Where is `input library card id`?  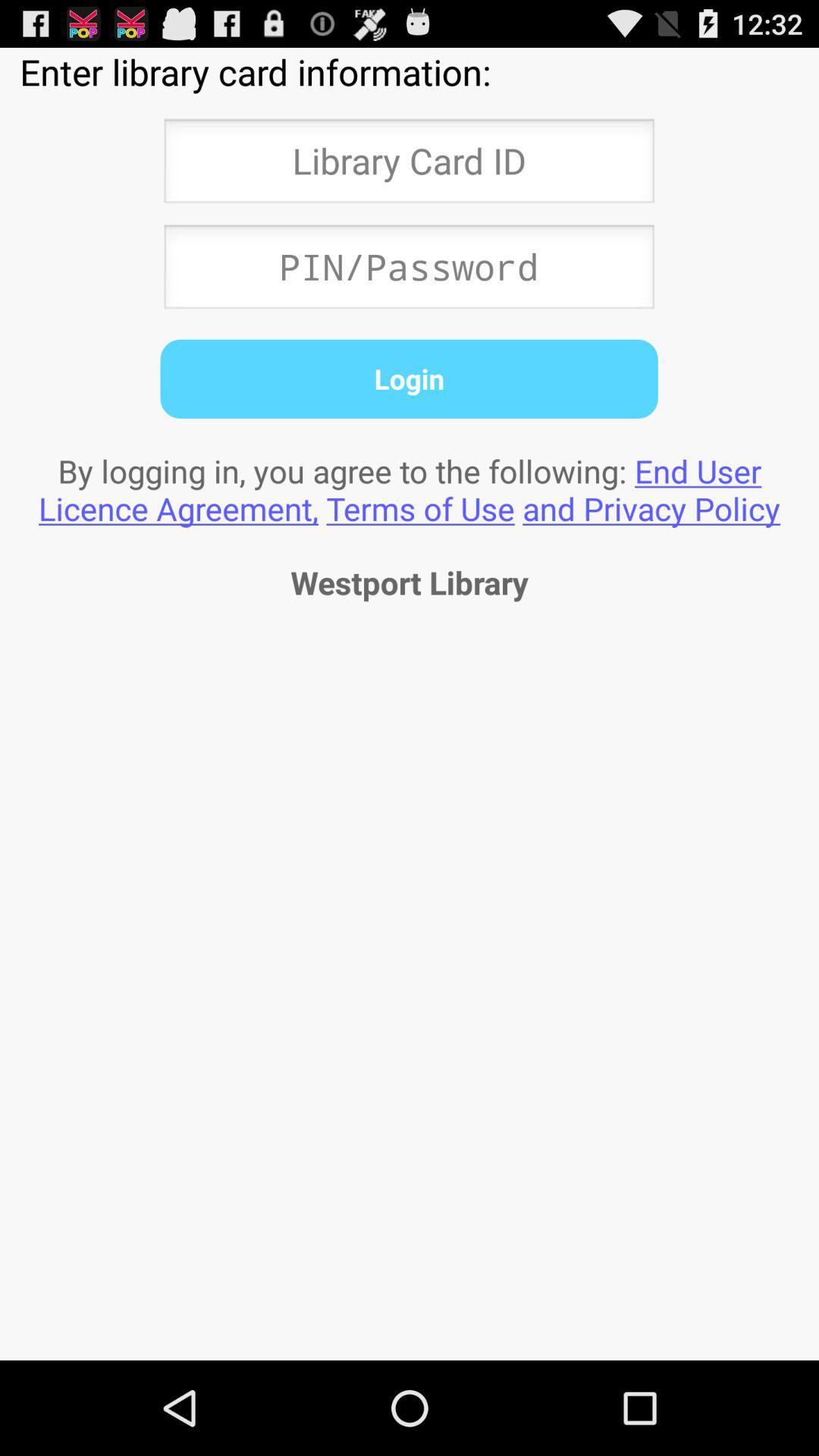
input library card id is located at coordinates (408, 165).